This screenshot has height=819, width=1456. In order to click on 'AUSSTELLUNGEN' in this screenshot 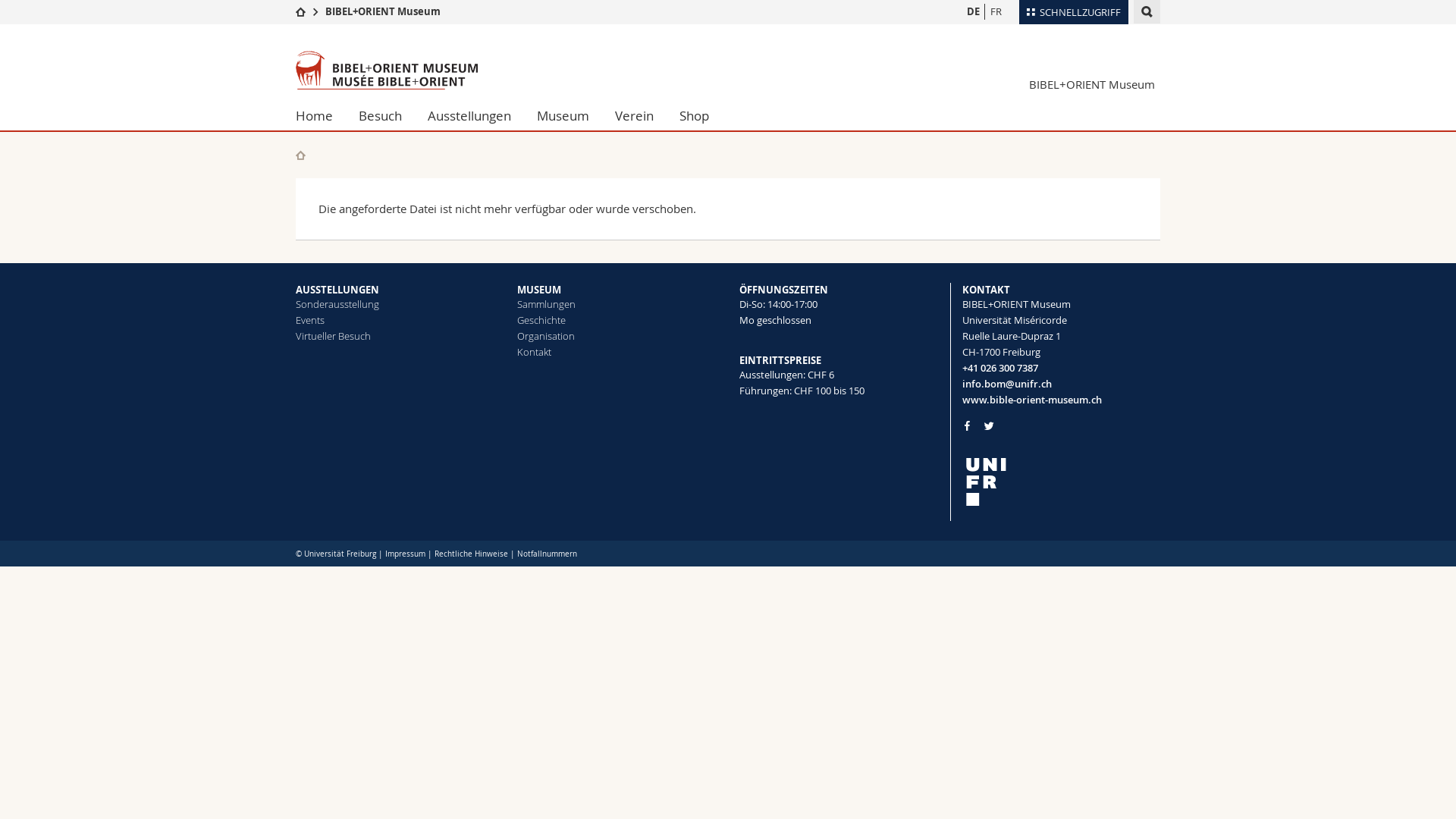, I will do `click(337, 289)`.